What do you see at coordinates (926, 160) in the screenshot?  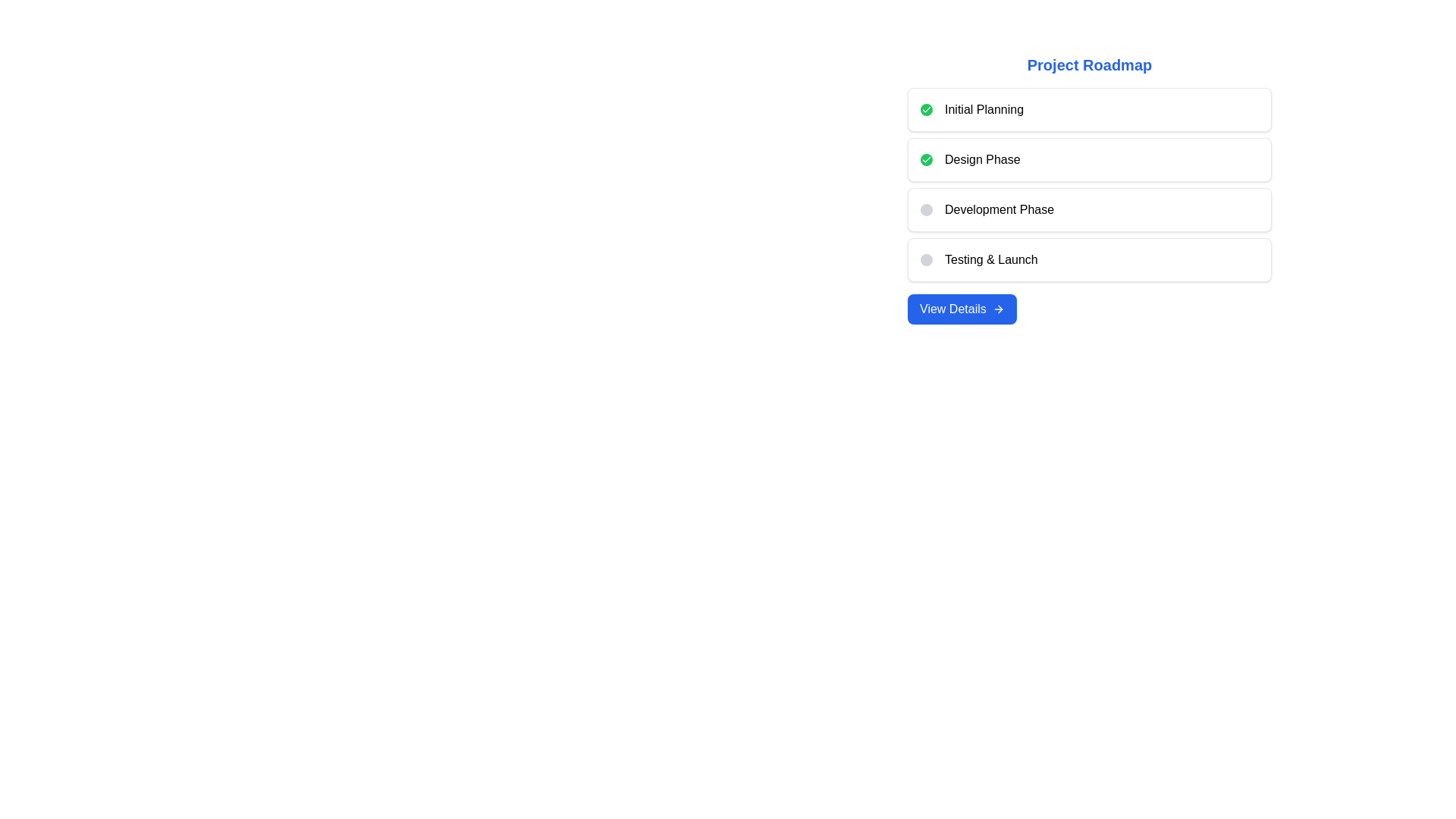 I see `the completion icon for the 'Initial Planning' stage located to the left of the text in the 'Project Roadmap' list` at bounding box center [926, 160].